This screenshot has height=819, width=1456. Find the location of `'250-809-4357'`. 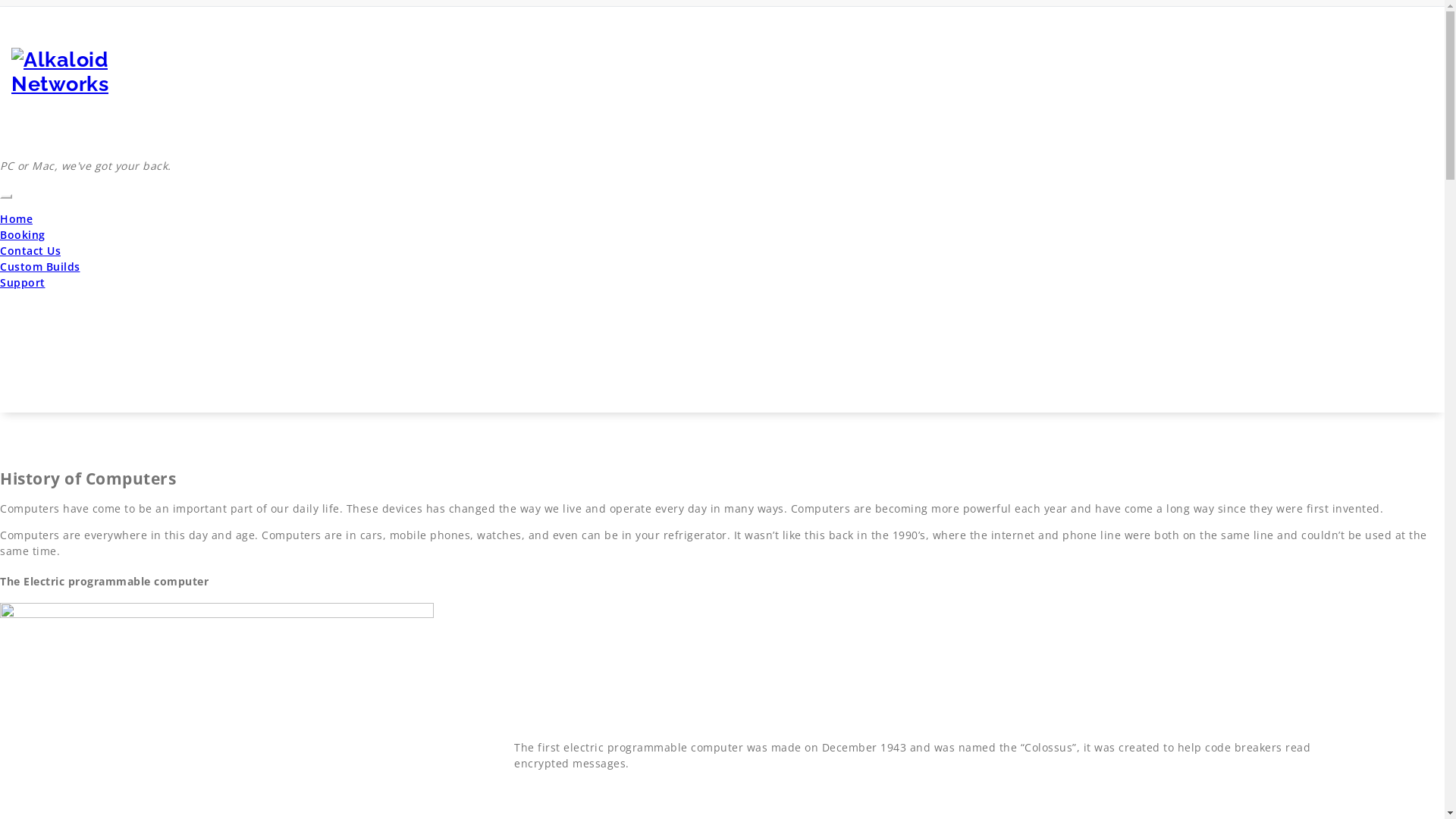

'250-809-4357' is located at coordinates (1396, 14).